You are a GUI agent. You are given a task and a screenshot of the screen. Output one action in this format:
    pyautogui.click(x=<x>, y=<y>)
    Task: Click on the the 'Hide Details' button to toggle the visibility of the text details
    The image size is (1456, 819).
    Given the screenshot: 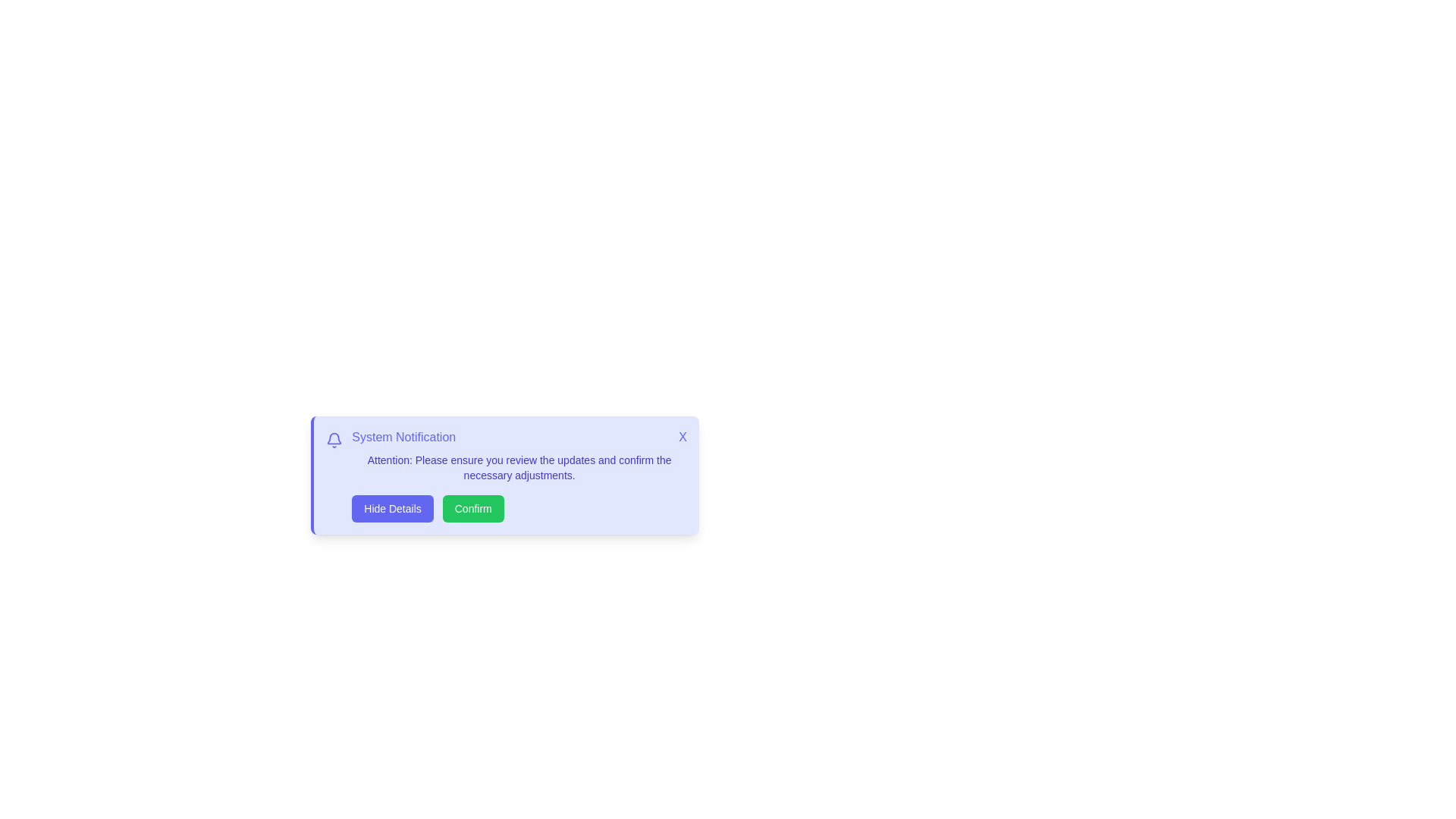 What is the action you would take?
    pyautogui.click(x=393, y=509)
    